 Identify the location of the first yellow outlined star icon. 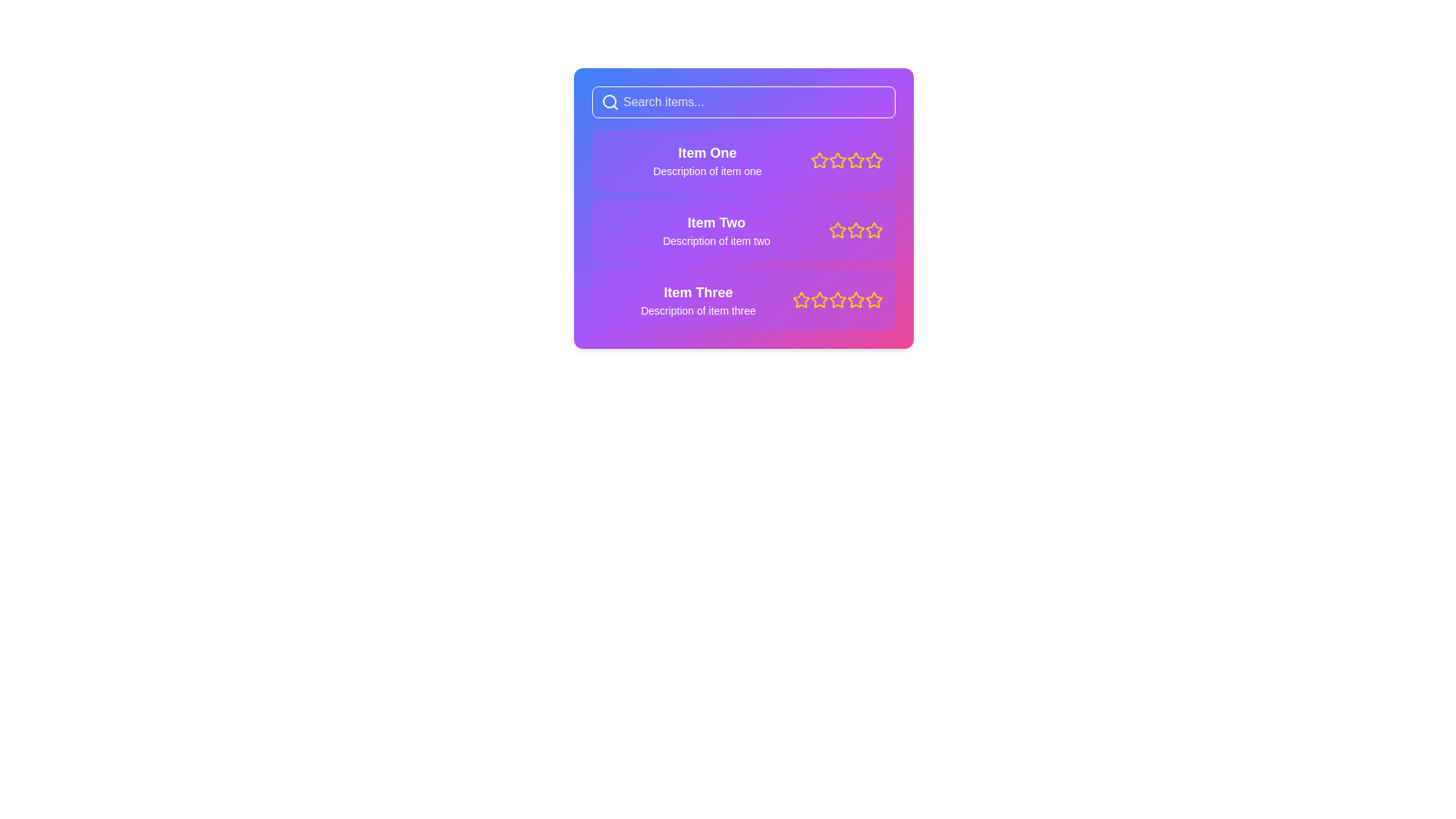
(818, 161).